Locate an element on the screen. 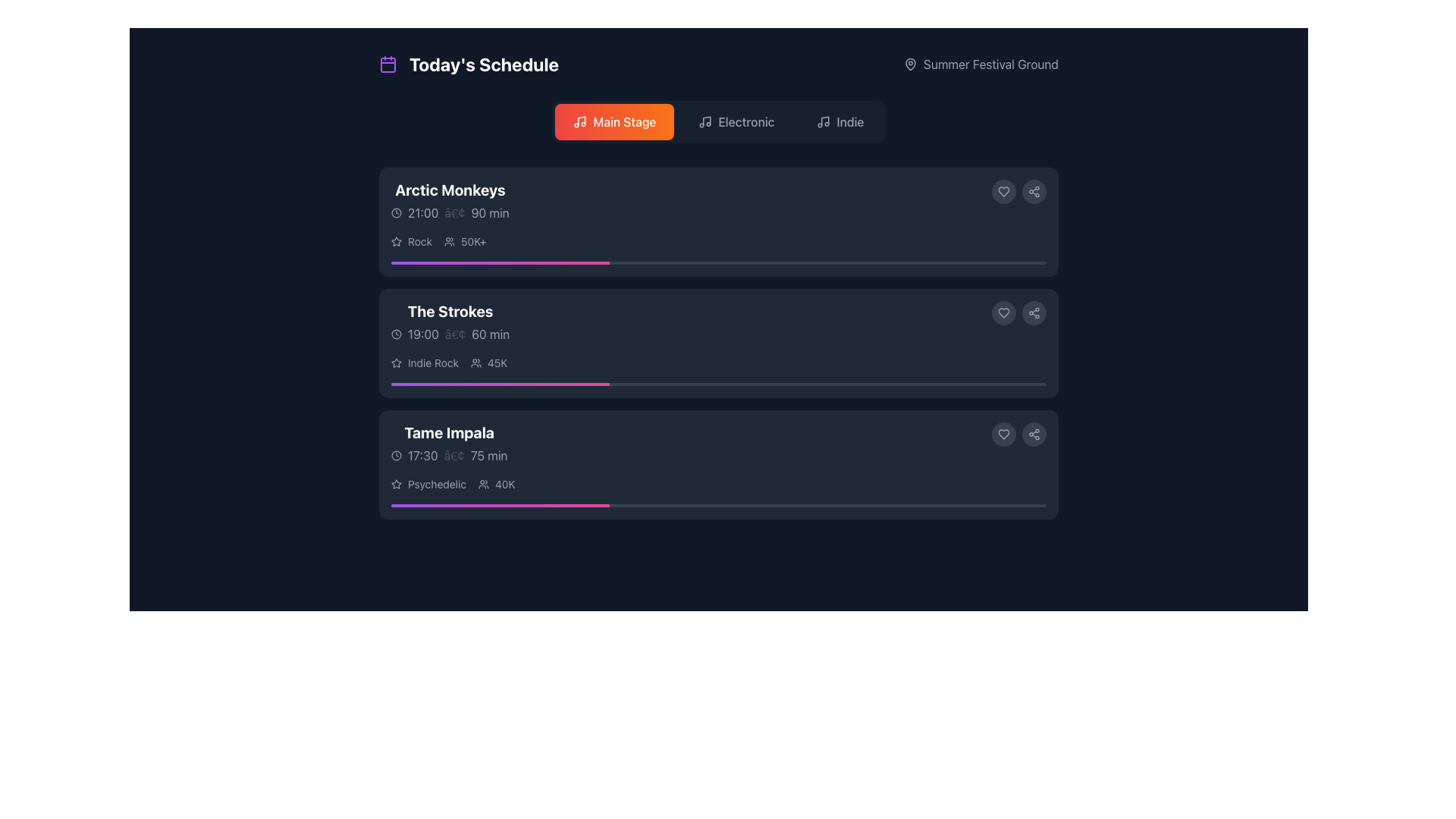 This screenshot has width=1456, height=819. the heart icon button in the top-right corner of 'The Strokes' performance card is located at coordinates (1004, 312).